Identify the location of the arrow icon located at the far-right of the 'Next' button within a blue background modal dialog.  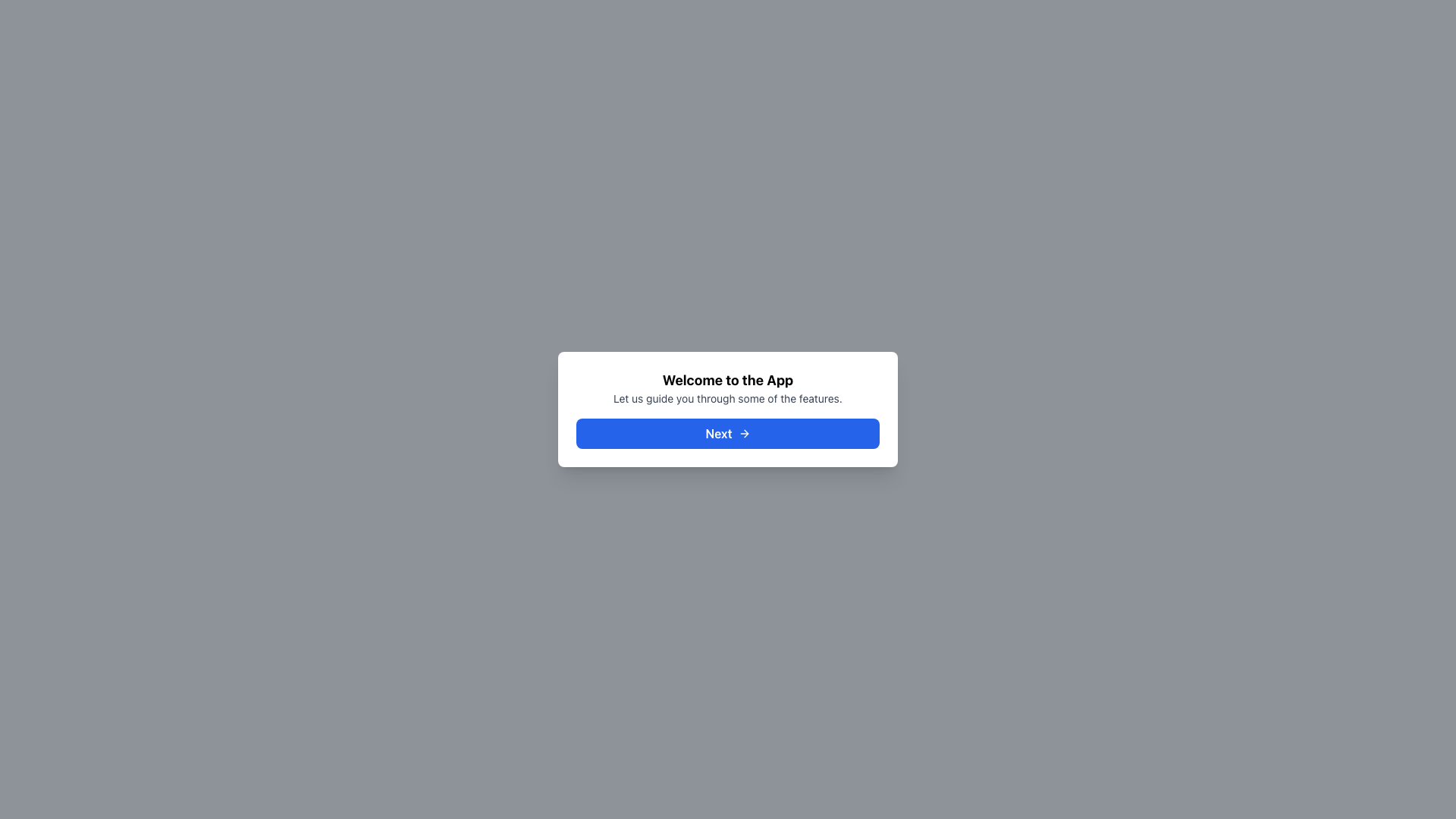
(744, 433).